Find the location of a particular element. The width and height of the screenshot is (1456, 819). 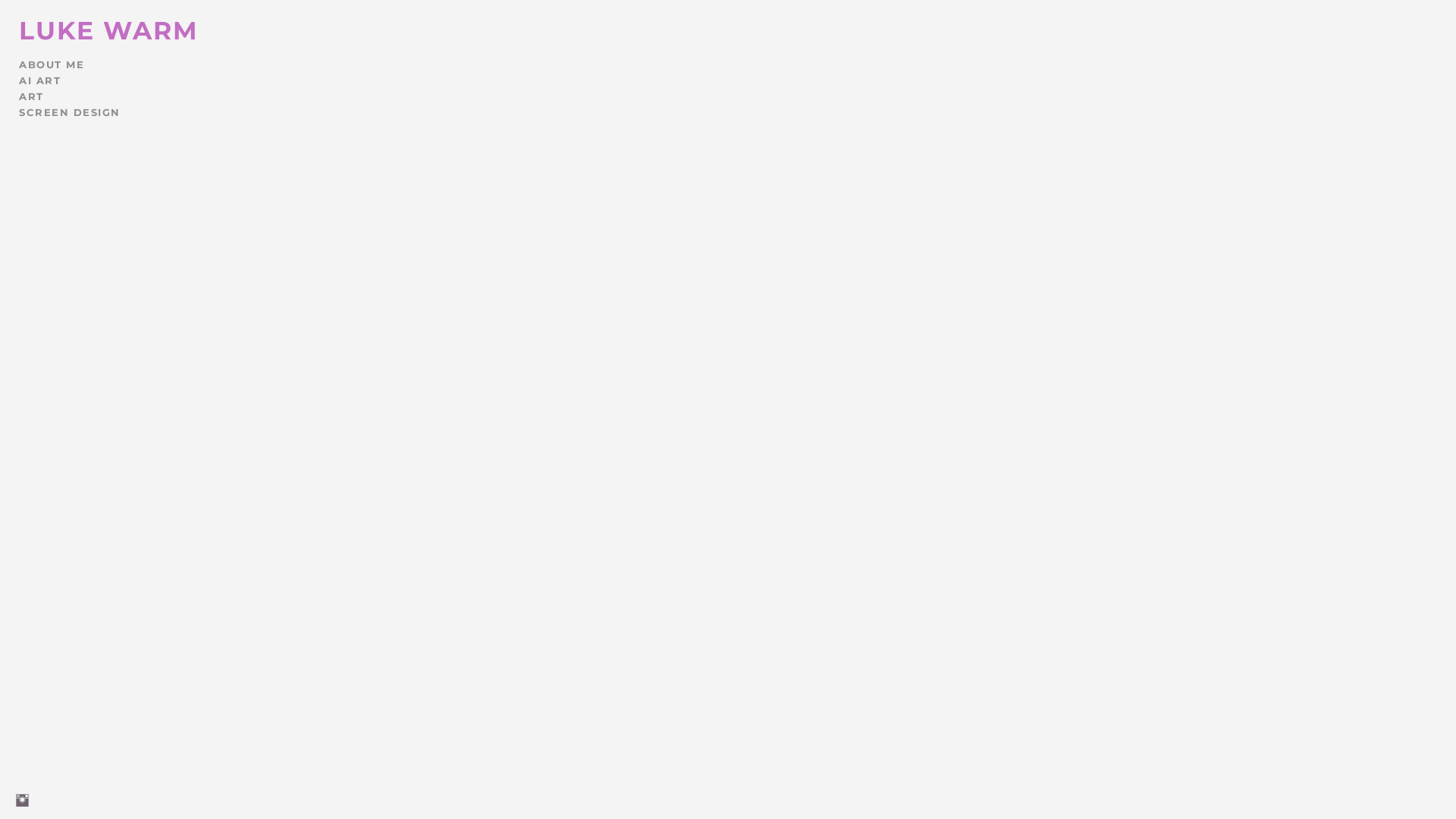

'SCREEN DESIGN' is located at coordinates (68, 111).